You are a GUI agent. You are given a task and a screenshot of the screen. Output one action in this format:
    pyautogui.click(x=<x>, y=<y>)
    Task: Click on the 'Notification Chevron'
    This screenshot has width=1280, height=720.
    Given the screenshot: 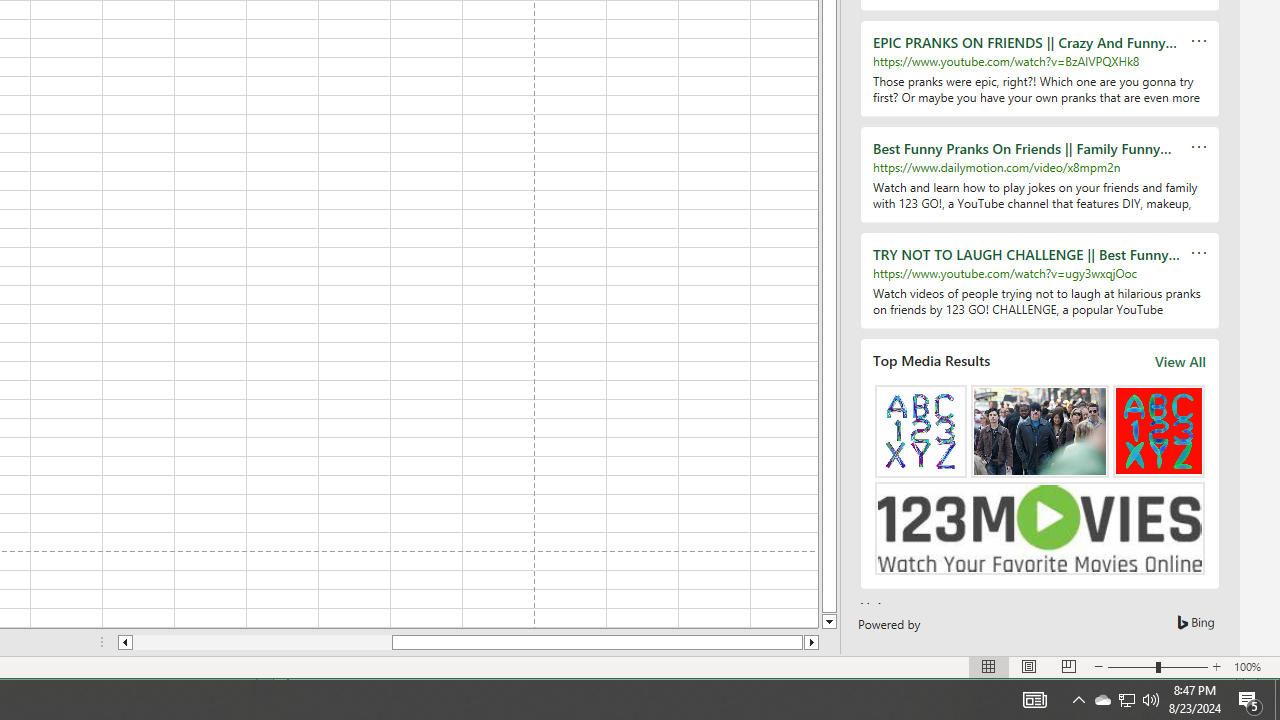 What is the action you would take?
    pyautogui.click(x=1127, y=698)
    